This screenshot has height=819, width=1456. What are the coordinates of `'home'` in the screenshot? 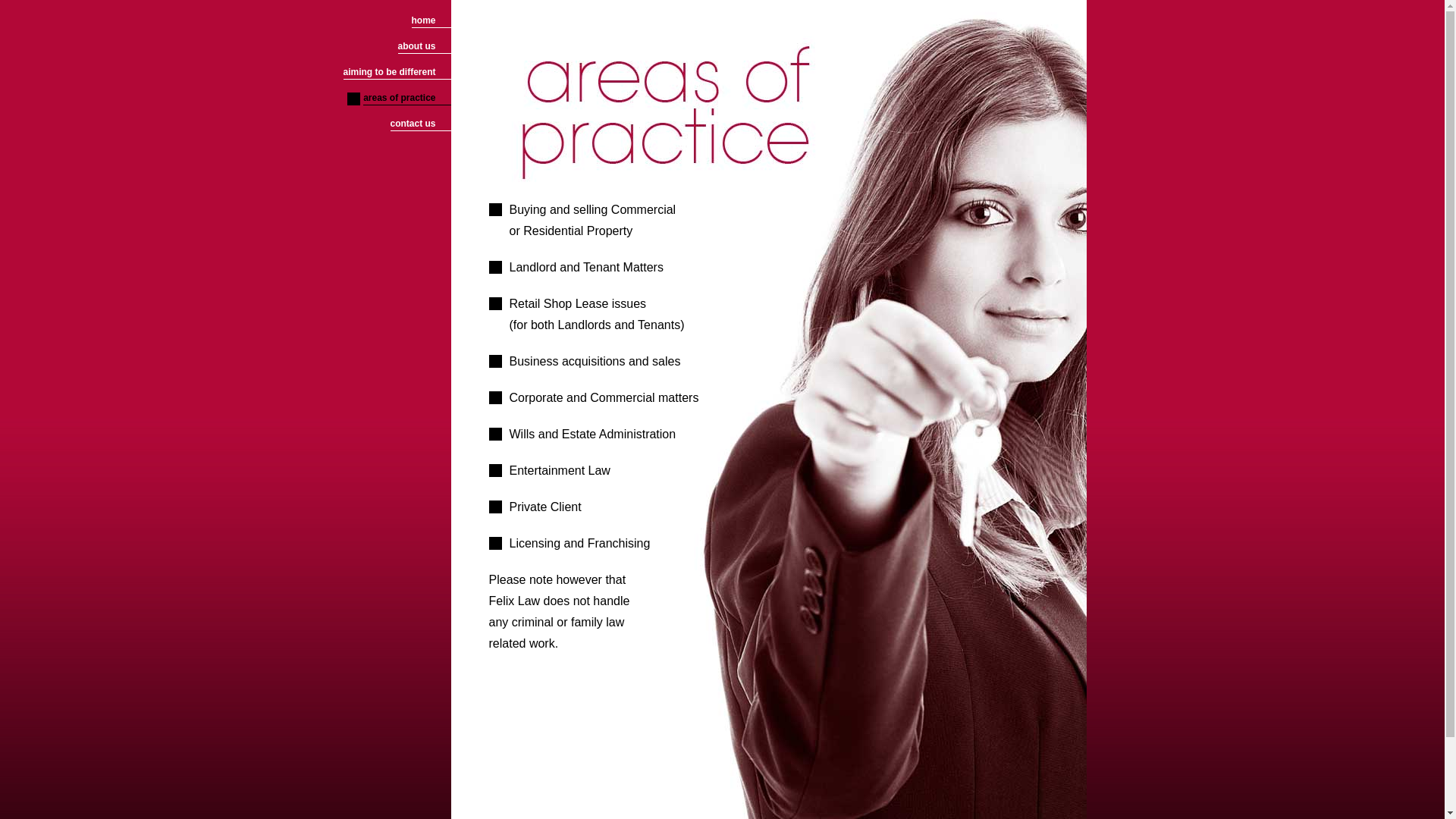 It's located at (429, 21).